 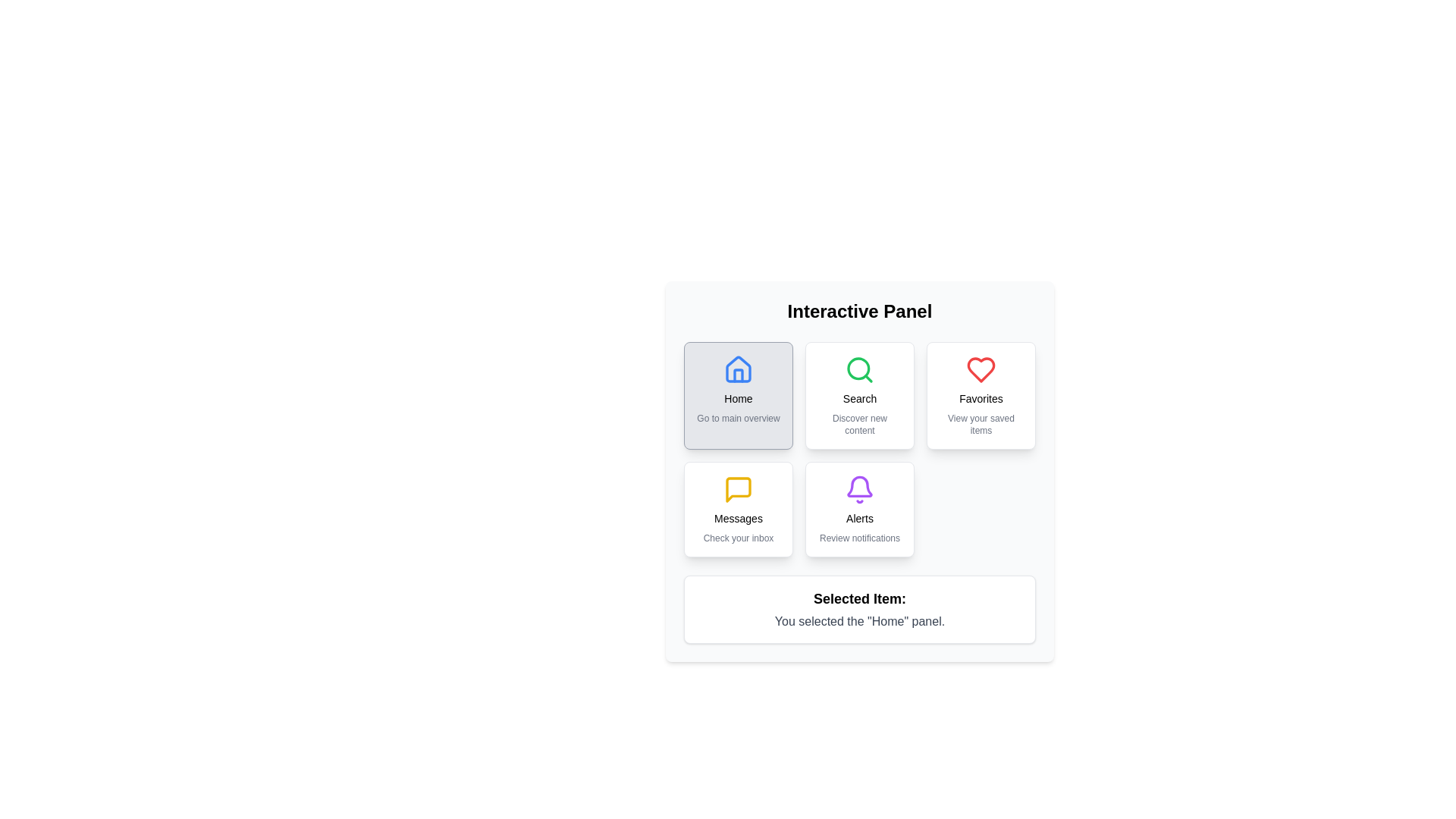 I want to click on the search icon, which is located in the top row, center column of the interactive panel and is part of the 'Search' button, so click(x=859, y=370).